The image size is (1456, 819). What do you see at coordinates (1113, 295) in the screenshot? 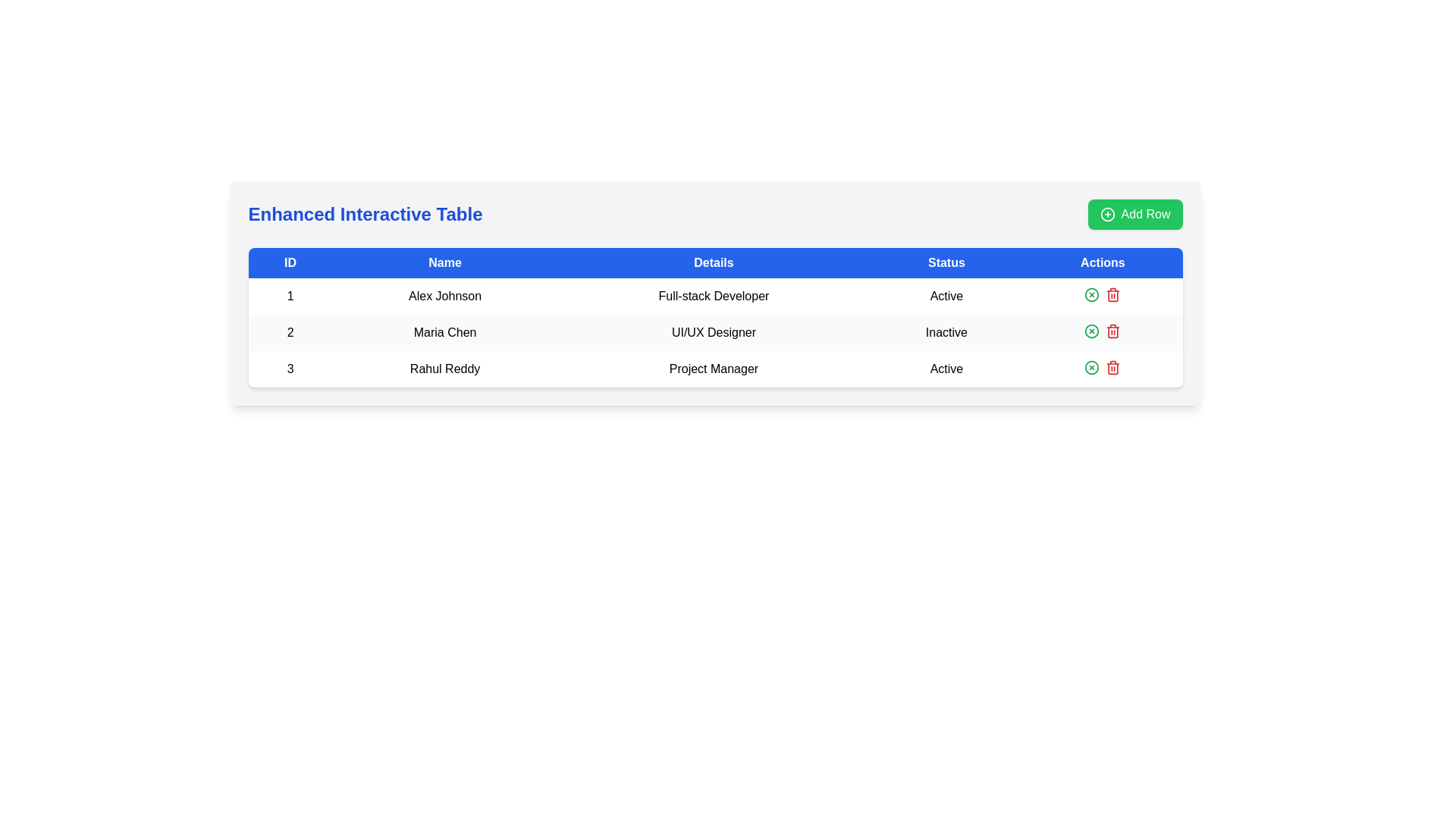
I see `the delete button located in the 'Actions' column of the third row in the table, which is the second icon to the right of a green checkmark icon` at bounding box center [1113, 295].